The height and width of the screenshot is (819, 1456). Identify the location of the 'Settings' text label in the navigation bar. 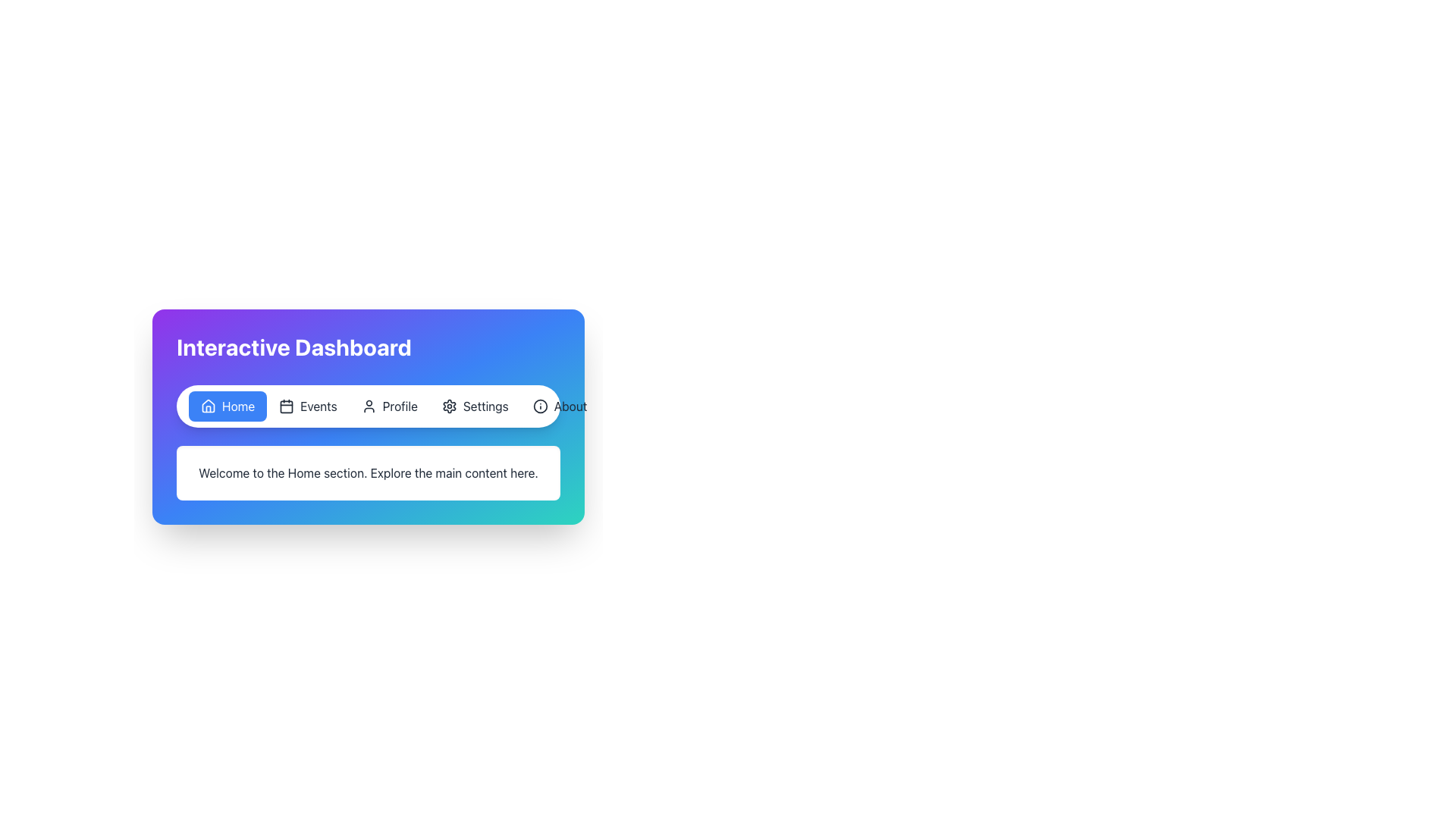
(485, 406).